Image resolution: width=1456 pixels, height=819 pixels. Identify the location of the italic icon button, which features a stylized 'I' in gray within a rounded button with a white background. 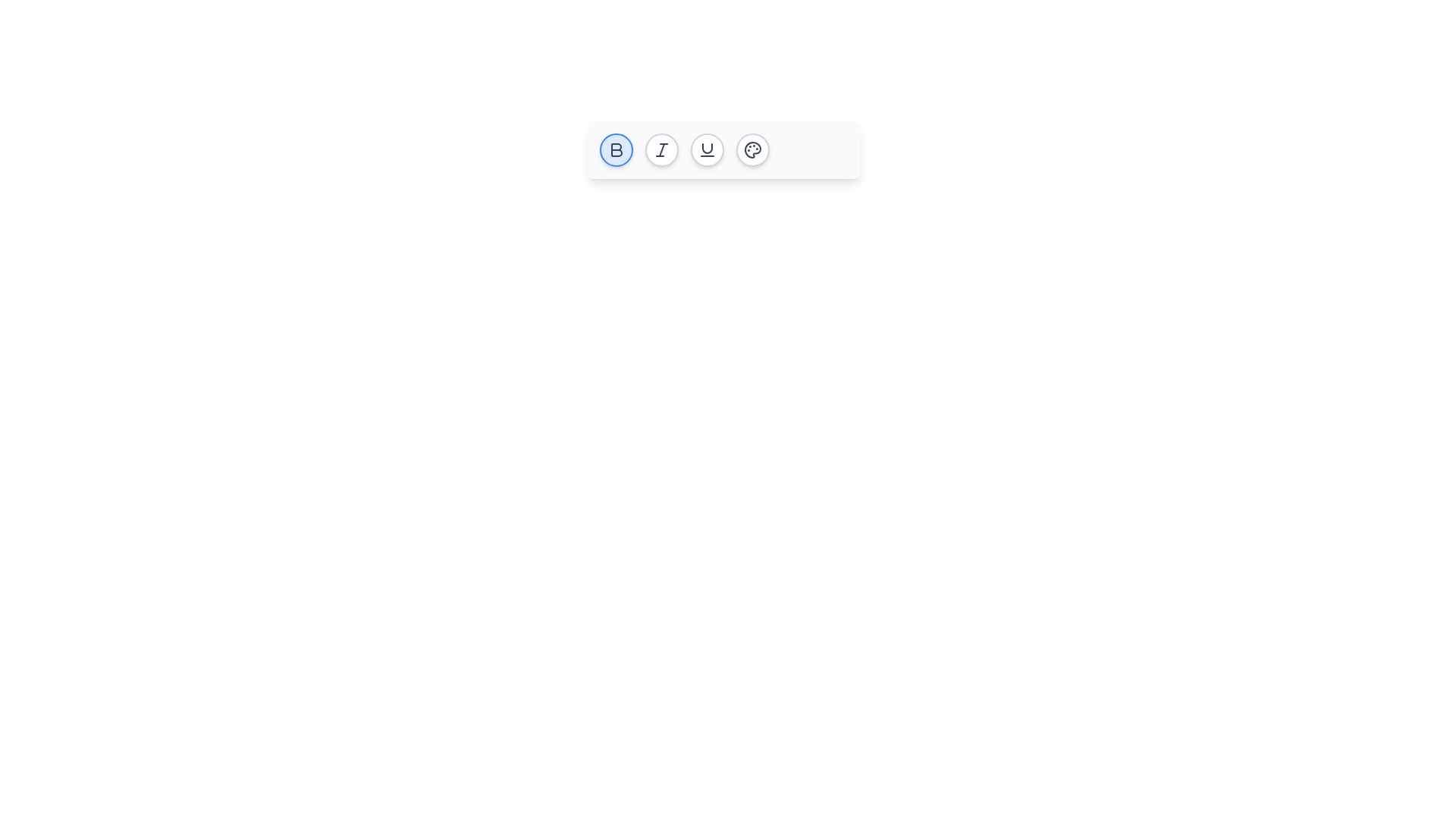
(662, 149).